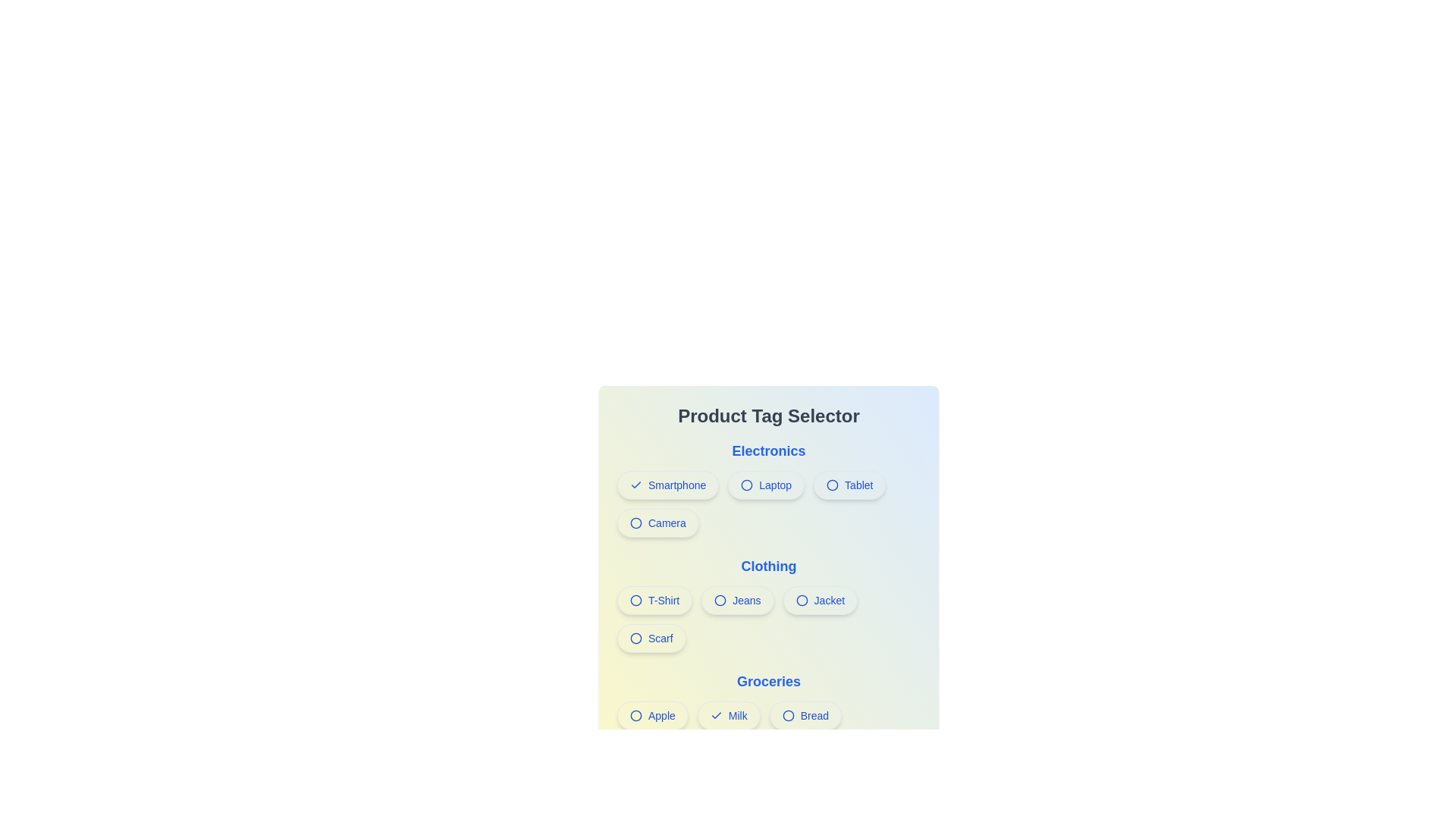 This screenshot has height=819, width=1456. Describe the element at coordinates (636, 522) in the screenshot. I see `the SVG icon that visually represents the 'Camera' tag in the 'Electronics' section of the 'Product Tag Selector' interface, located to the left of the 'Camera' text label` at that location.